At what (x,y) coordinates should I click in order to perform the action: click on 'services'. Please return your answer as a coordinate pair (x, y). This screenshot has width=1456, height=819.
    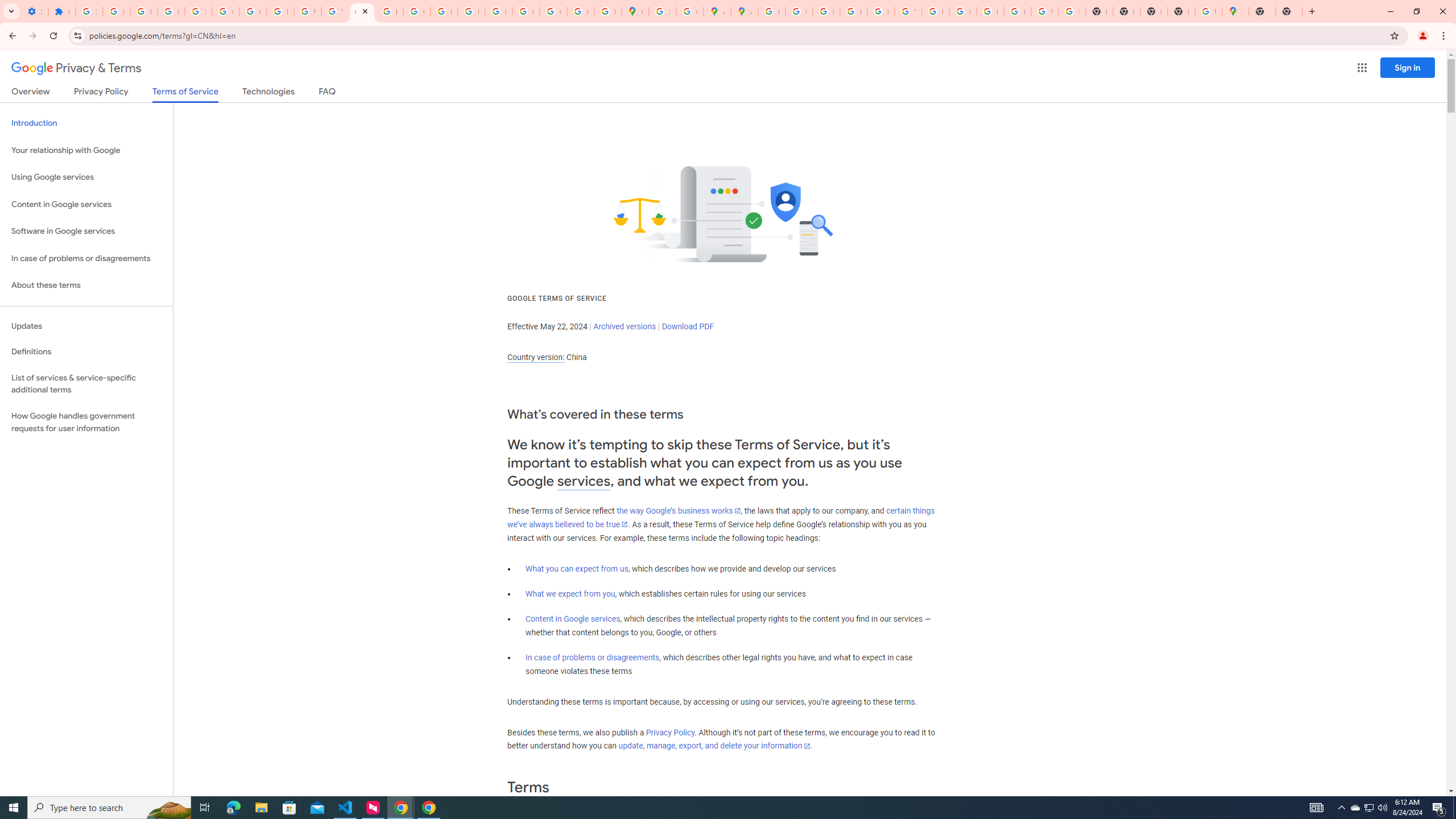
    Looking at the image, I should click on (584, 481).